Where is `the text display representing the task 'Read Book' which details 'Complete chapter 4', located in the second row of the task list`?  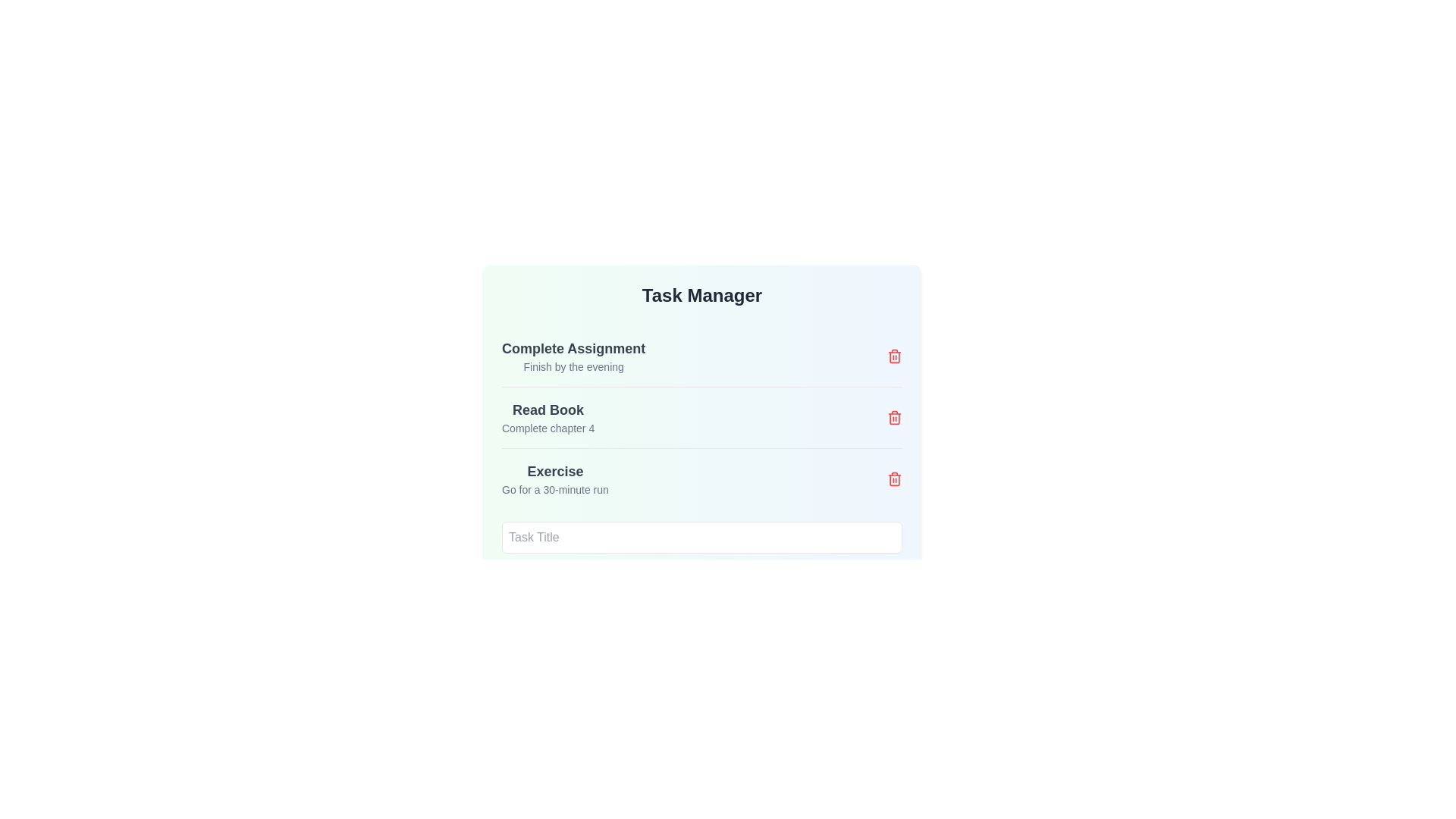
the text display representing the task 'Read Book' which details 'Complete chapter 4', located in the second row of the task list is located at coordinates (548, 418).